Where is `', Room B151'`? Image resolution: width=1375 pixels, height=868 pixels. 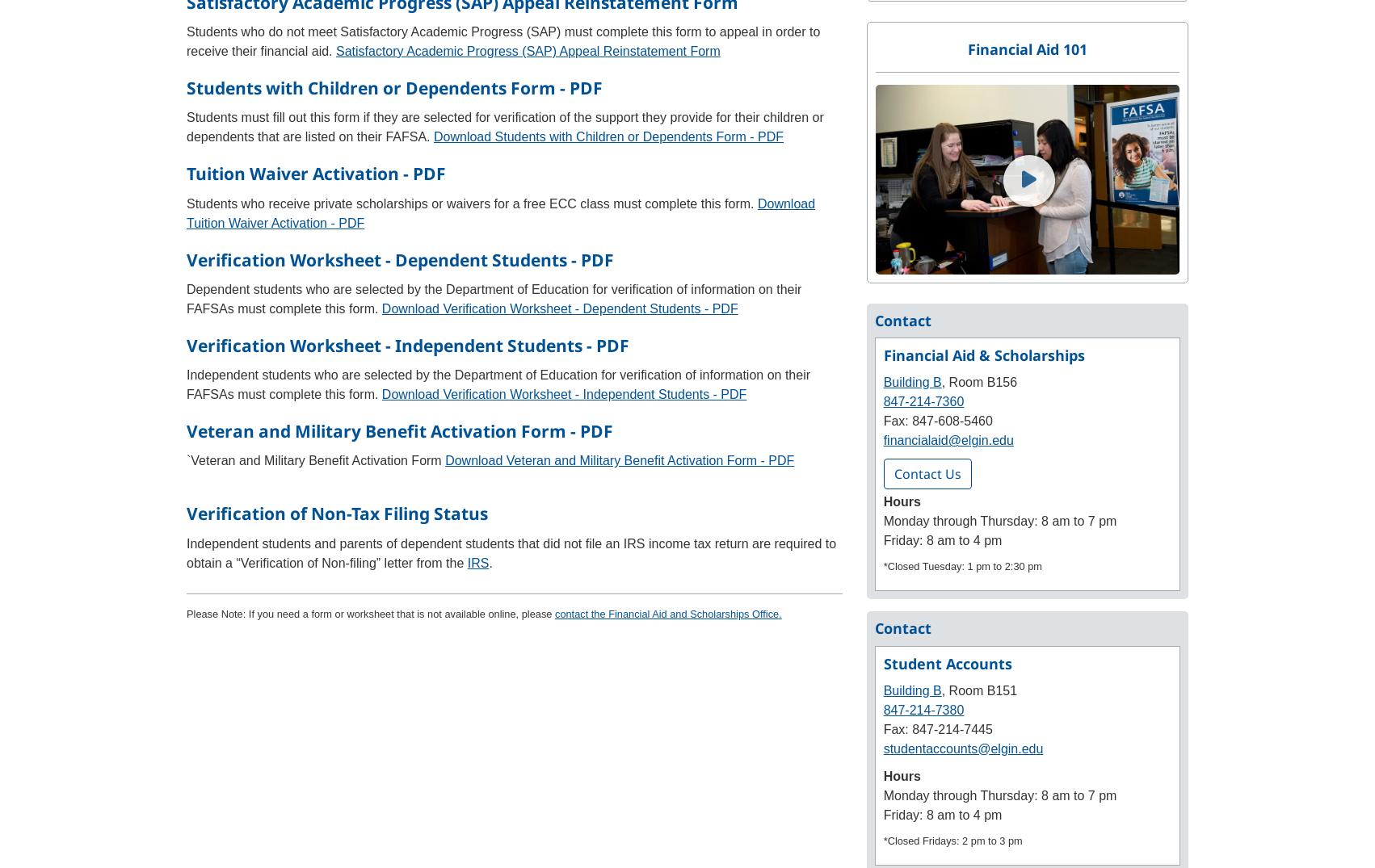
', Room B151' is located at coordinates (978, 690).